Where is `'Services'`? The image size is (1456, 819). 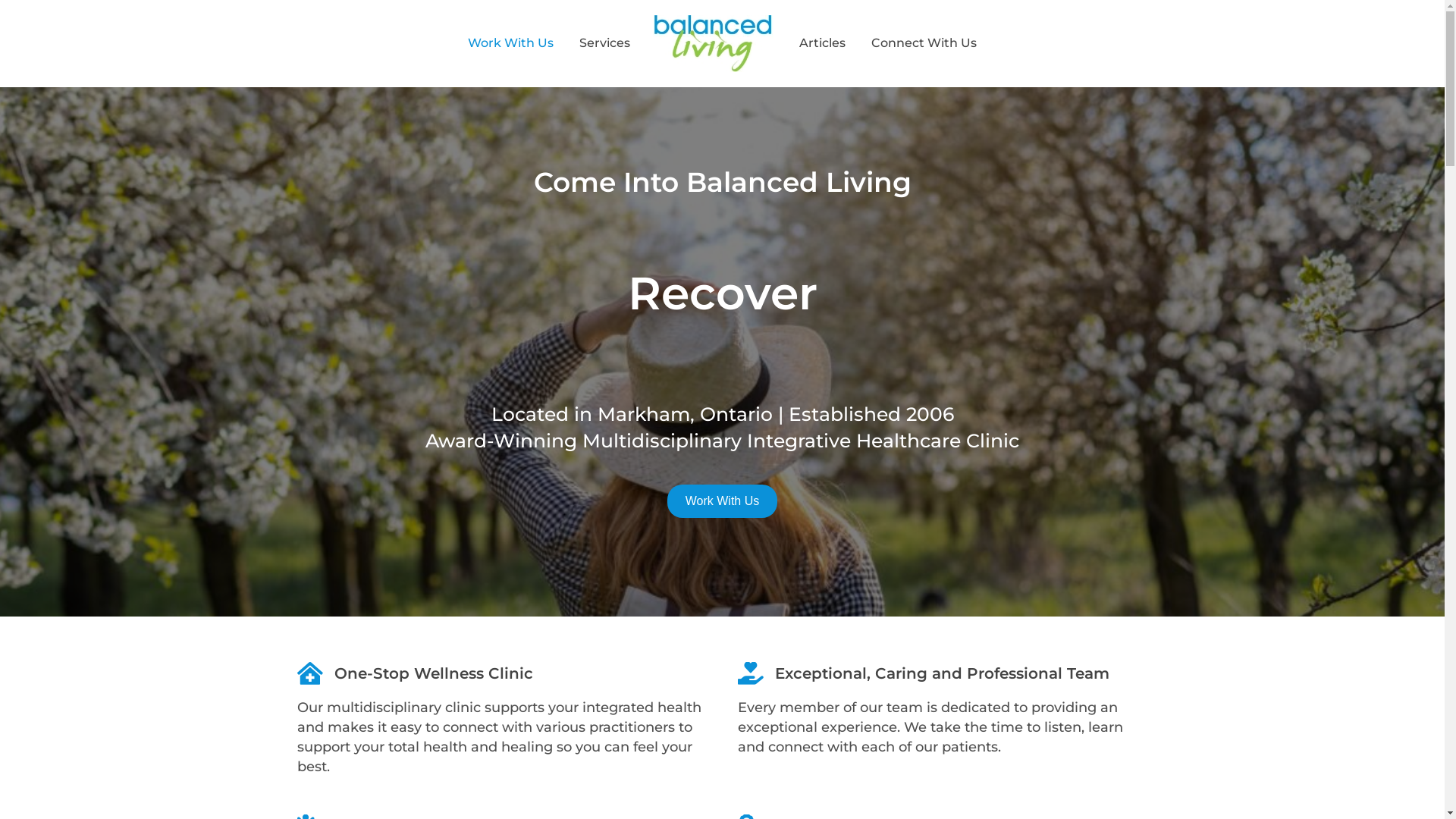
'Services' is located at coordinates (604, 42).